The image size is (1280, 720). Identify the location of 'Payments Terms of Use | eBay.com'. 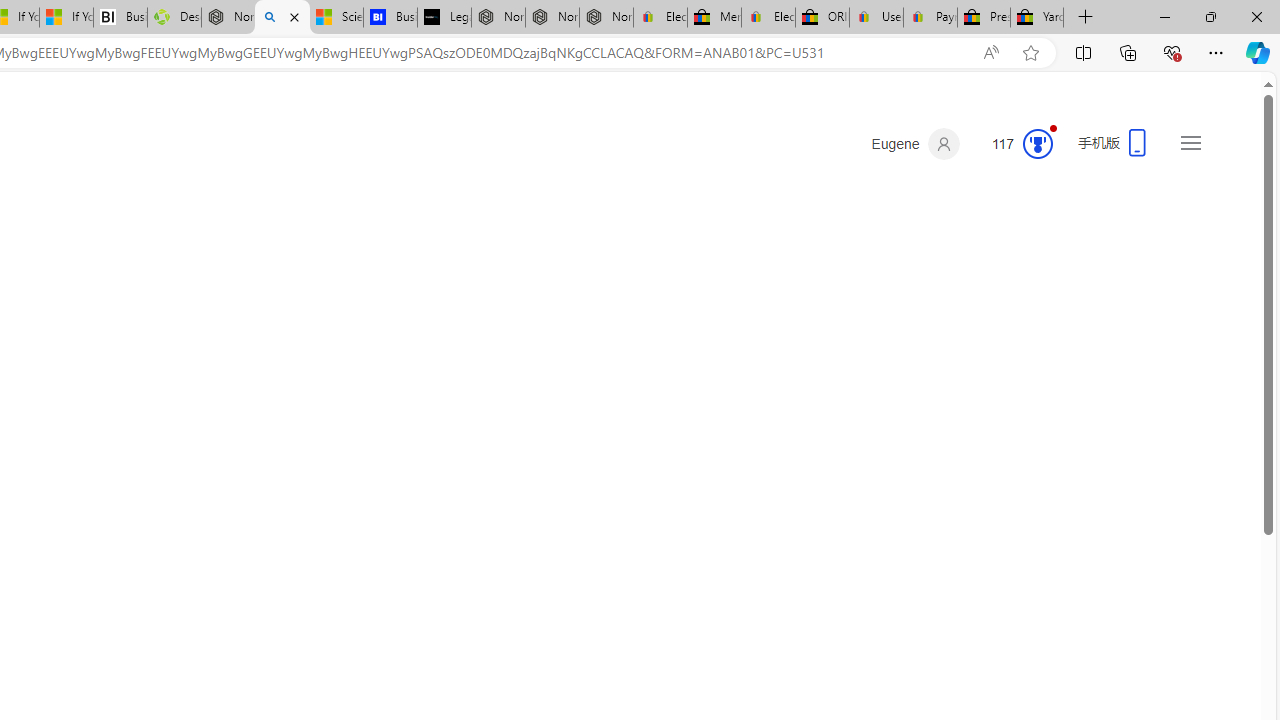
(929, 17).